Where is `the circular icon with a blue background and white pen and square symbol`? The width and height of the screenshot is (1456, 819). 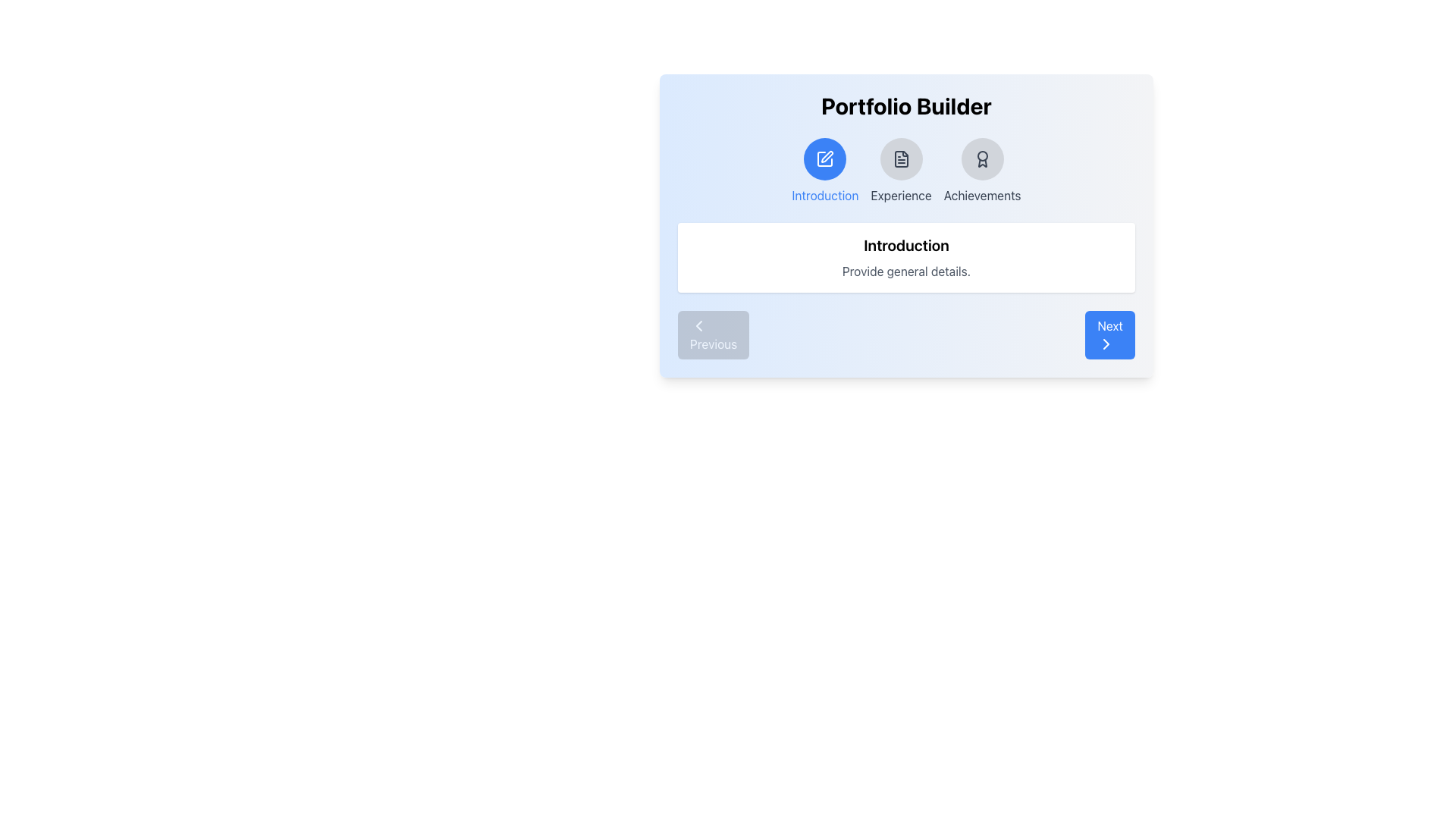 the circular icon with a blue background and white pen and square symbol is located at coordinates (824, 158).